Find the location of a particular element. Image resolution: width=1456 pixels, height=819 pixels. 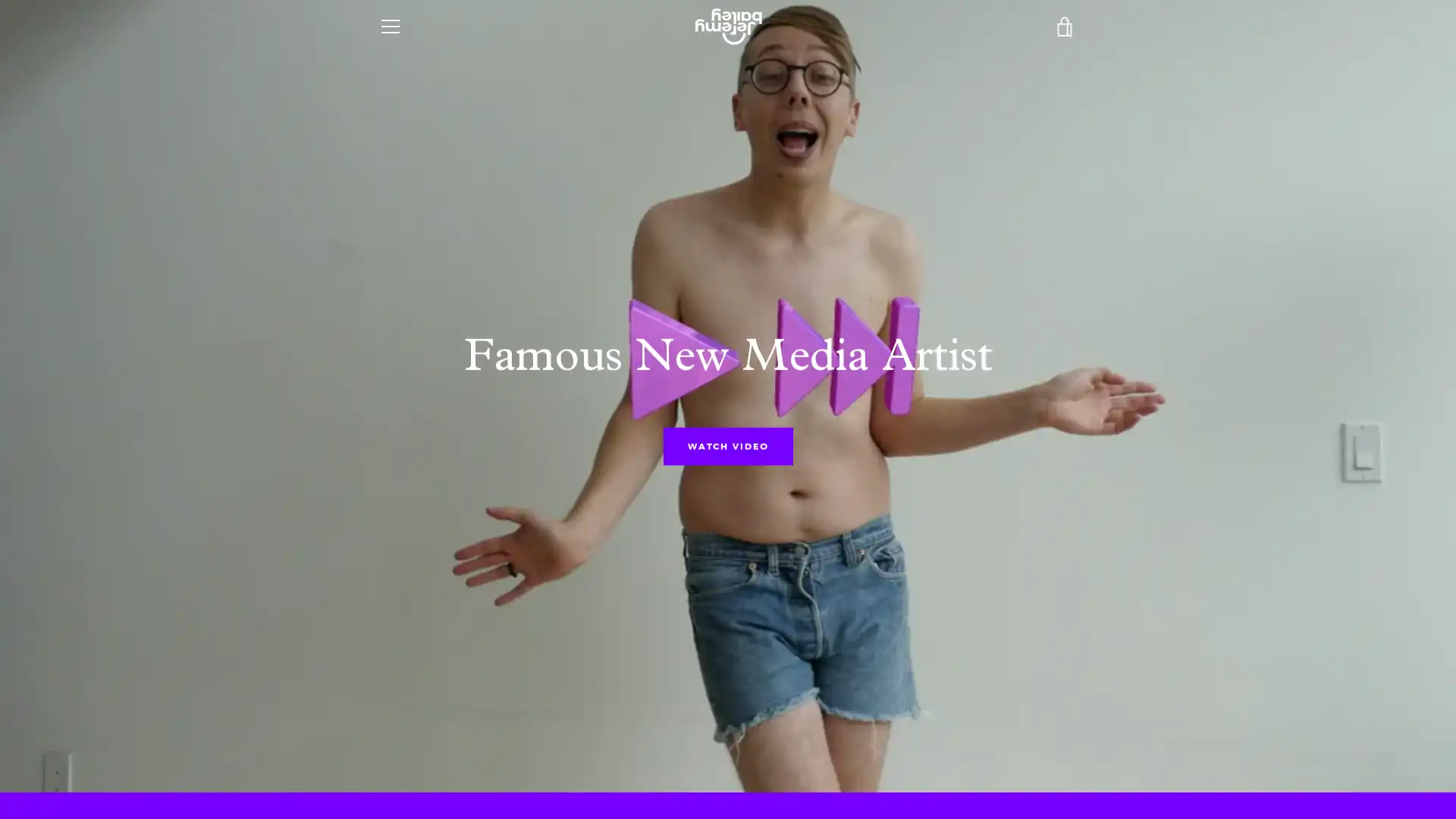

SEARCH AGAIN is located at coordinates (802, 730).